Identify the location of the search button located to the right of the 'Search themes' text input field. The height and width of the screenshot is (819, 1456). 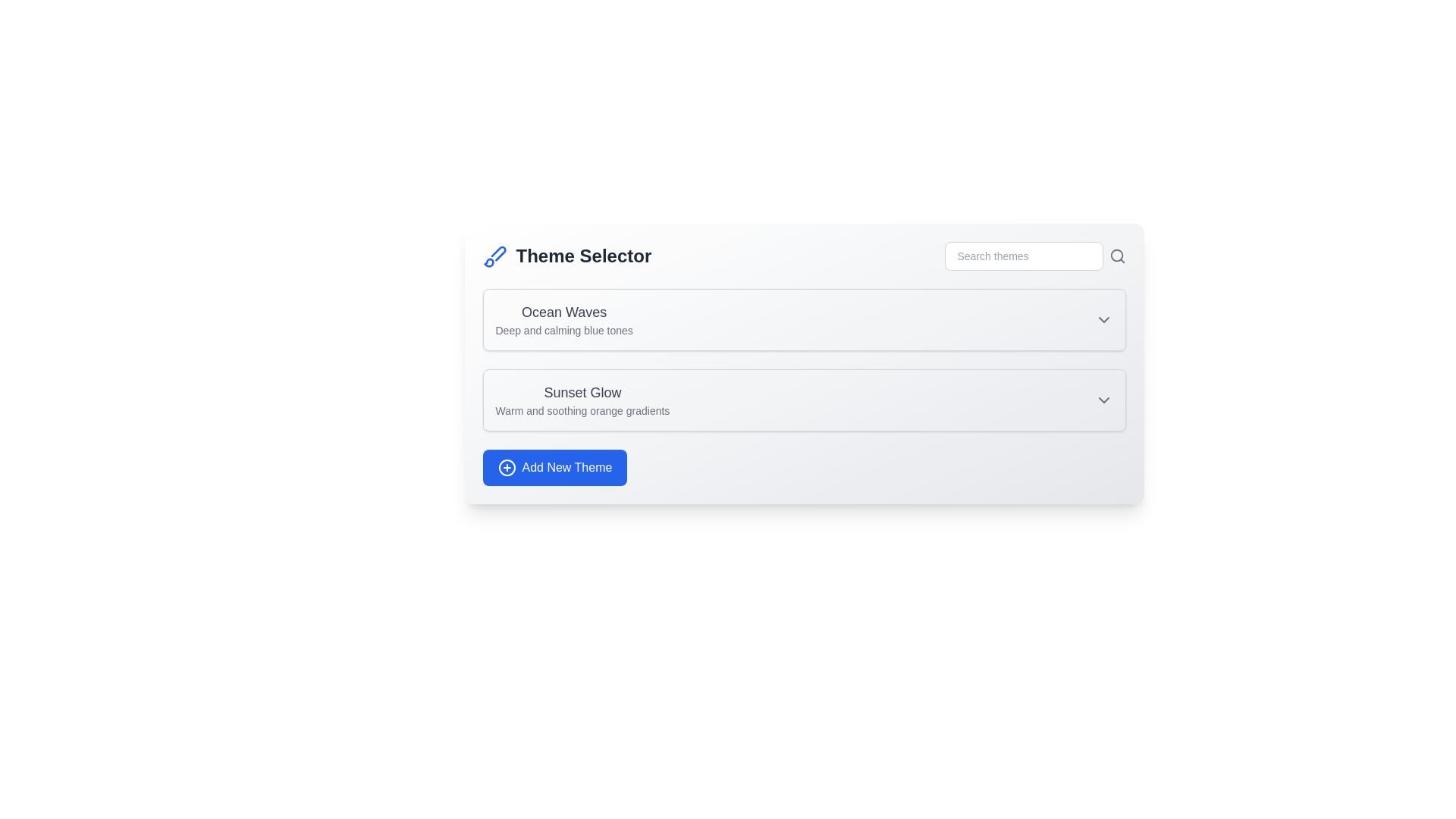
(1117, 256).